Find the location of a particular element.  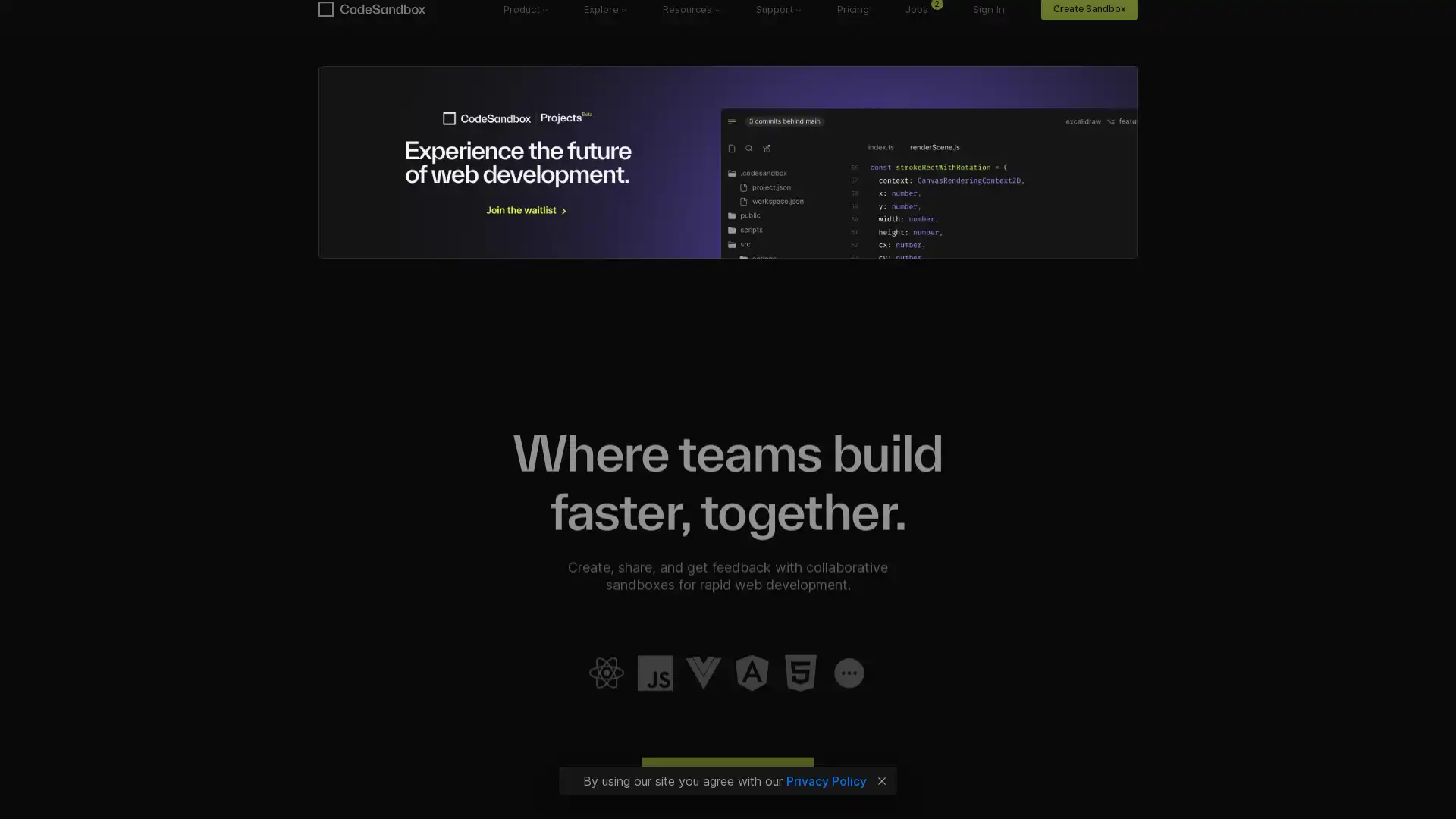

Support is located at coordinates (777, 17).